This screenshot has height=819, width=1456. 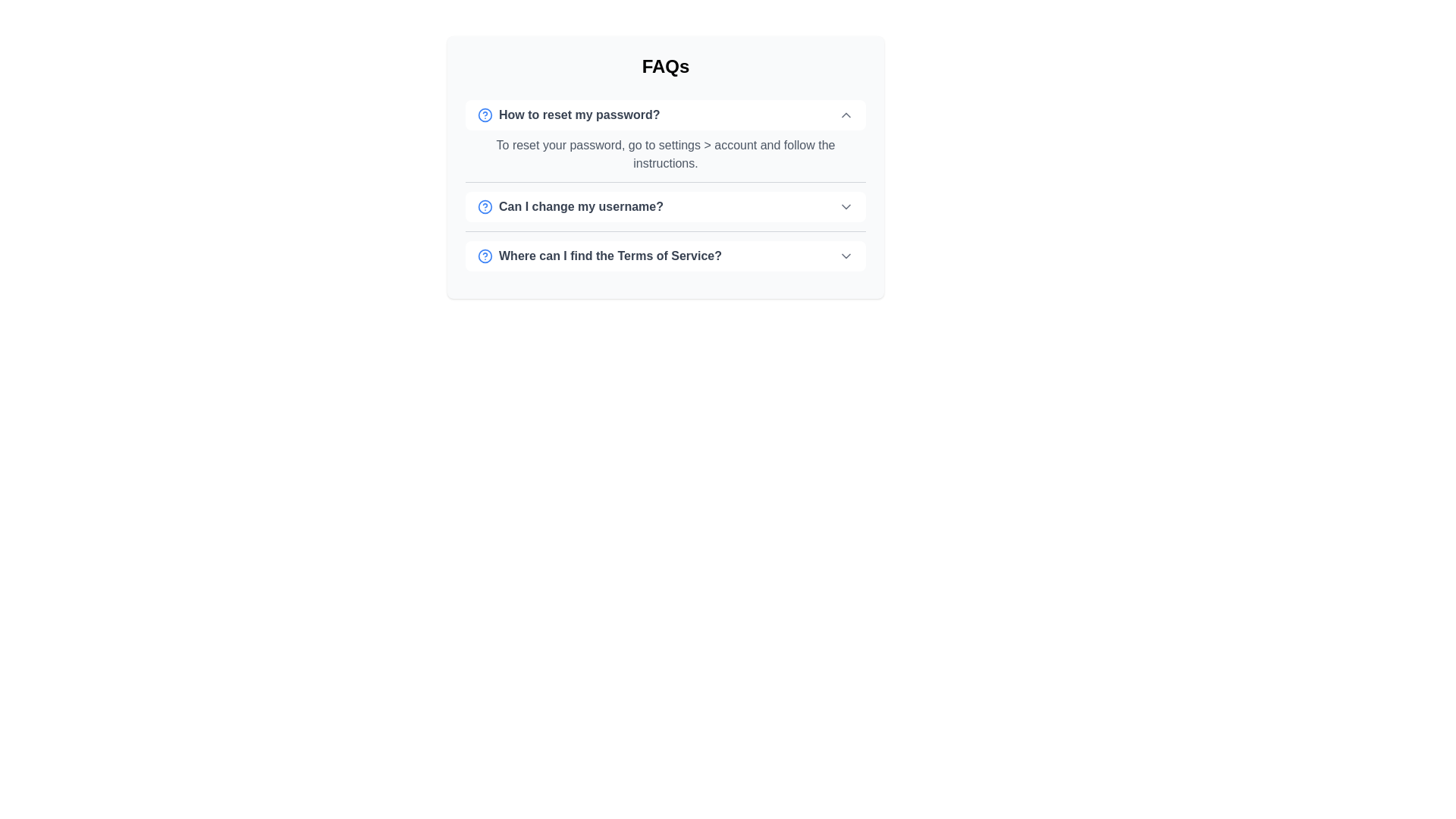 What do you see at coordinates (568, 114) in the screenshot?
I see `the text label displaying the question 'How to reset my password?'` at bounding box center [568, 114].